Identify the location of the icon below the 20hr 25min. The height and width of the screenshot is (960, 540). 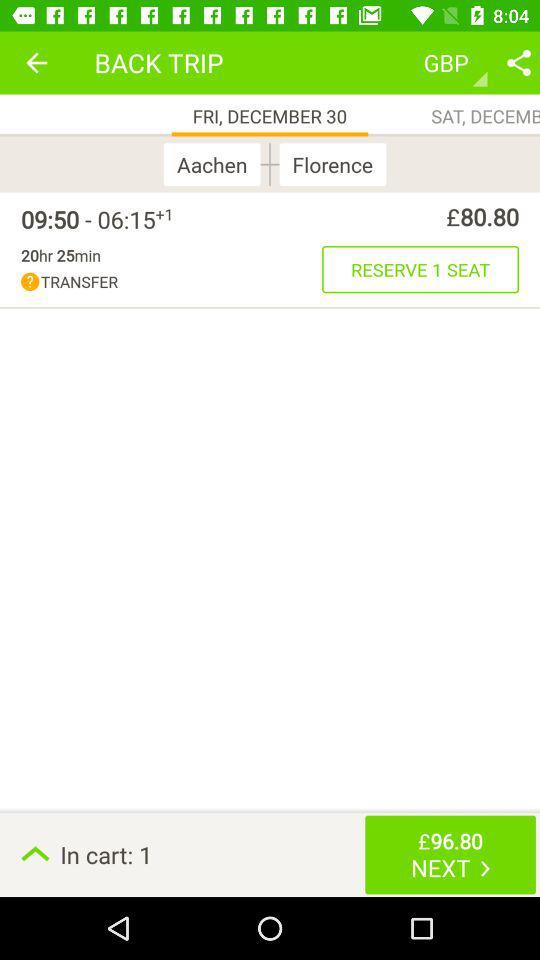
(171, 281).